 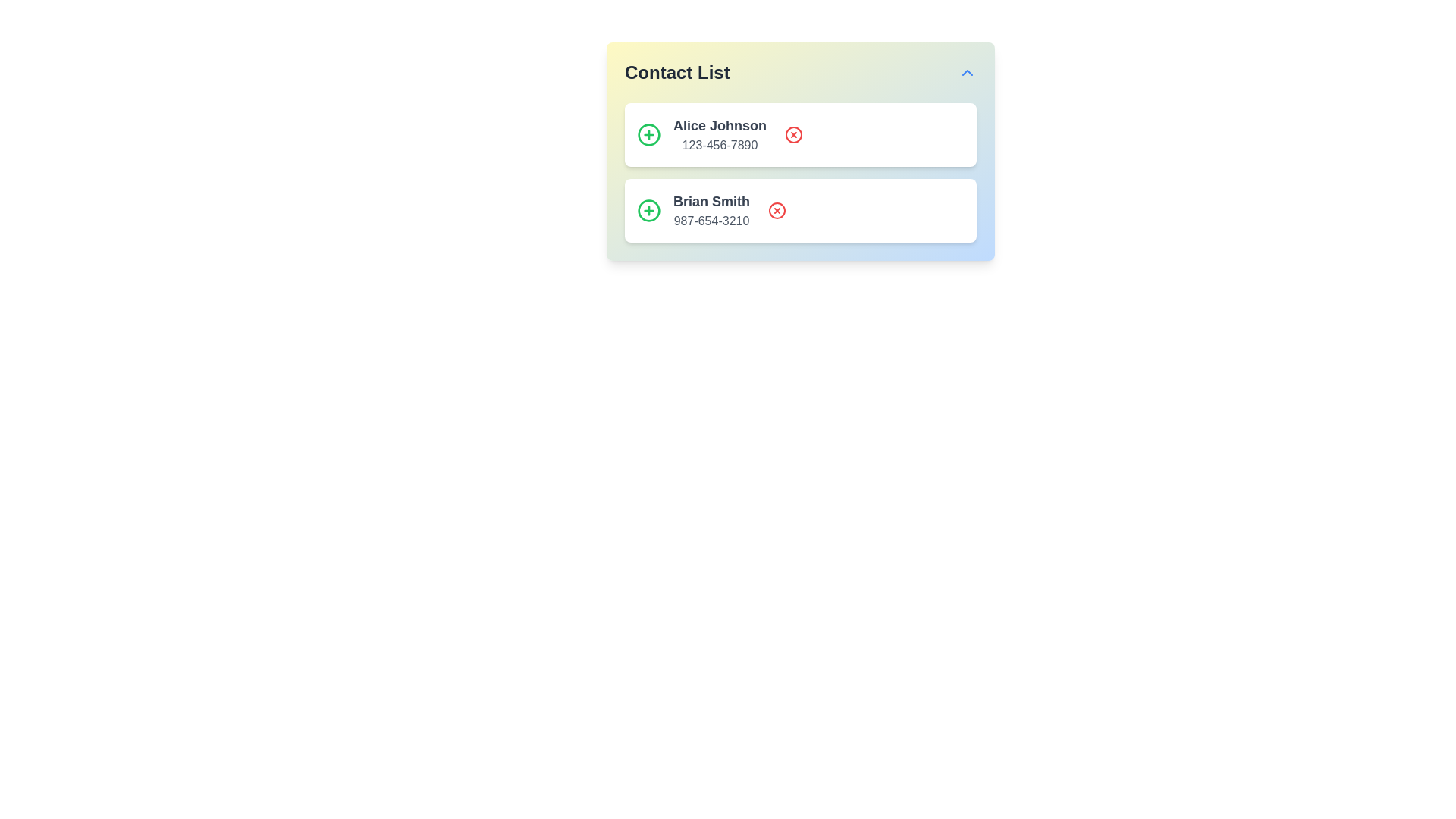 I want to click on the button located to the left of the text 'Brian Smith' in the contact list, so click(x=648, y=210).